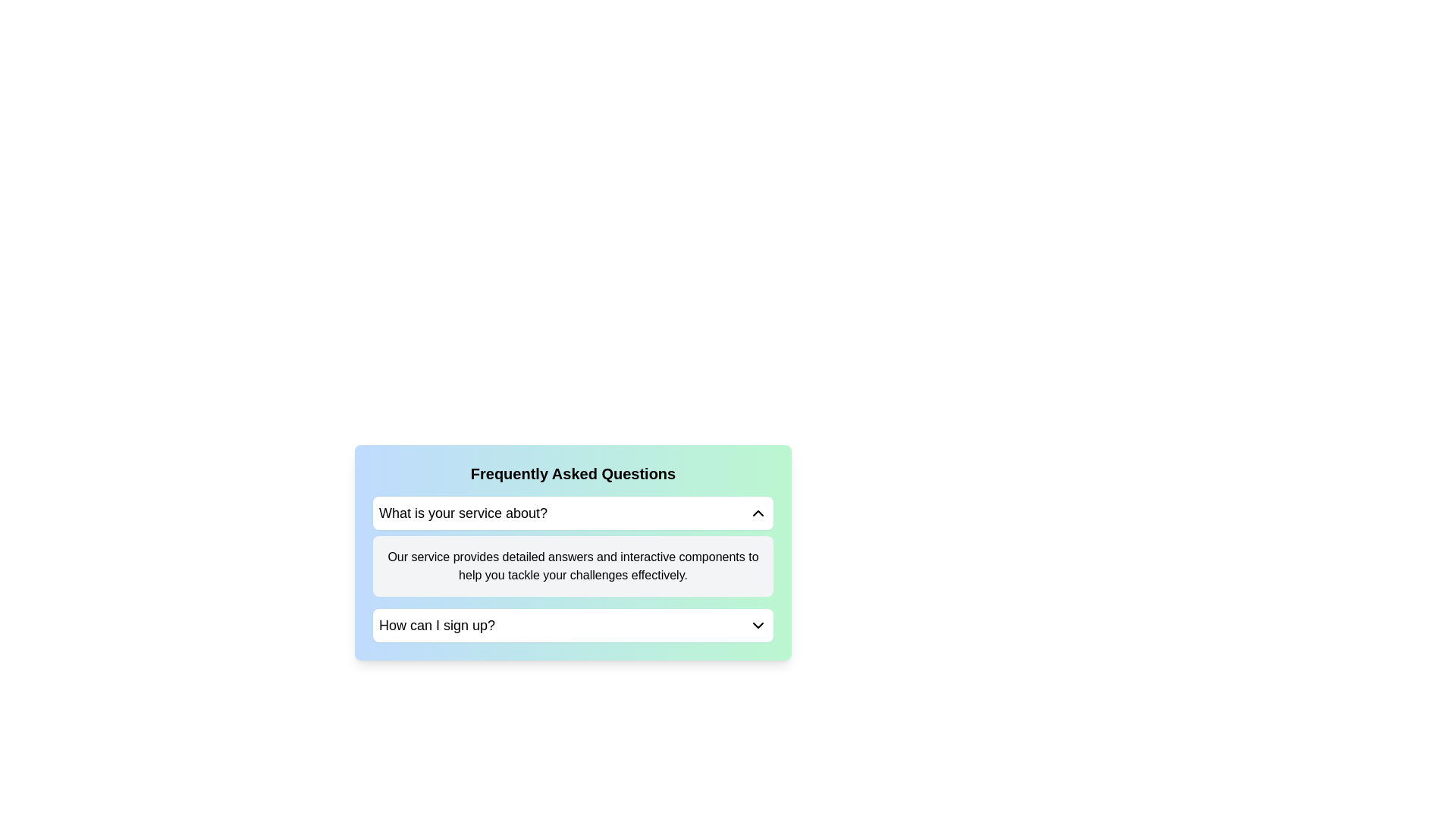 Image resolution: width=1456 pixels, height=819 pixels. Describe the element at coordinates (572, 566) in the screenshot. I see `the static text block displaying 'Our service provides detailed answers and interactive components to help you tackle your challenges effectively.' which is centrally aligned within a light gray rounded rectangular background, situated below the question 'What is your service about?'` at that location.